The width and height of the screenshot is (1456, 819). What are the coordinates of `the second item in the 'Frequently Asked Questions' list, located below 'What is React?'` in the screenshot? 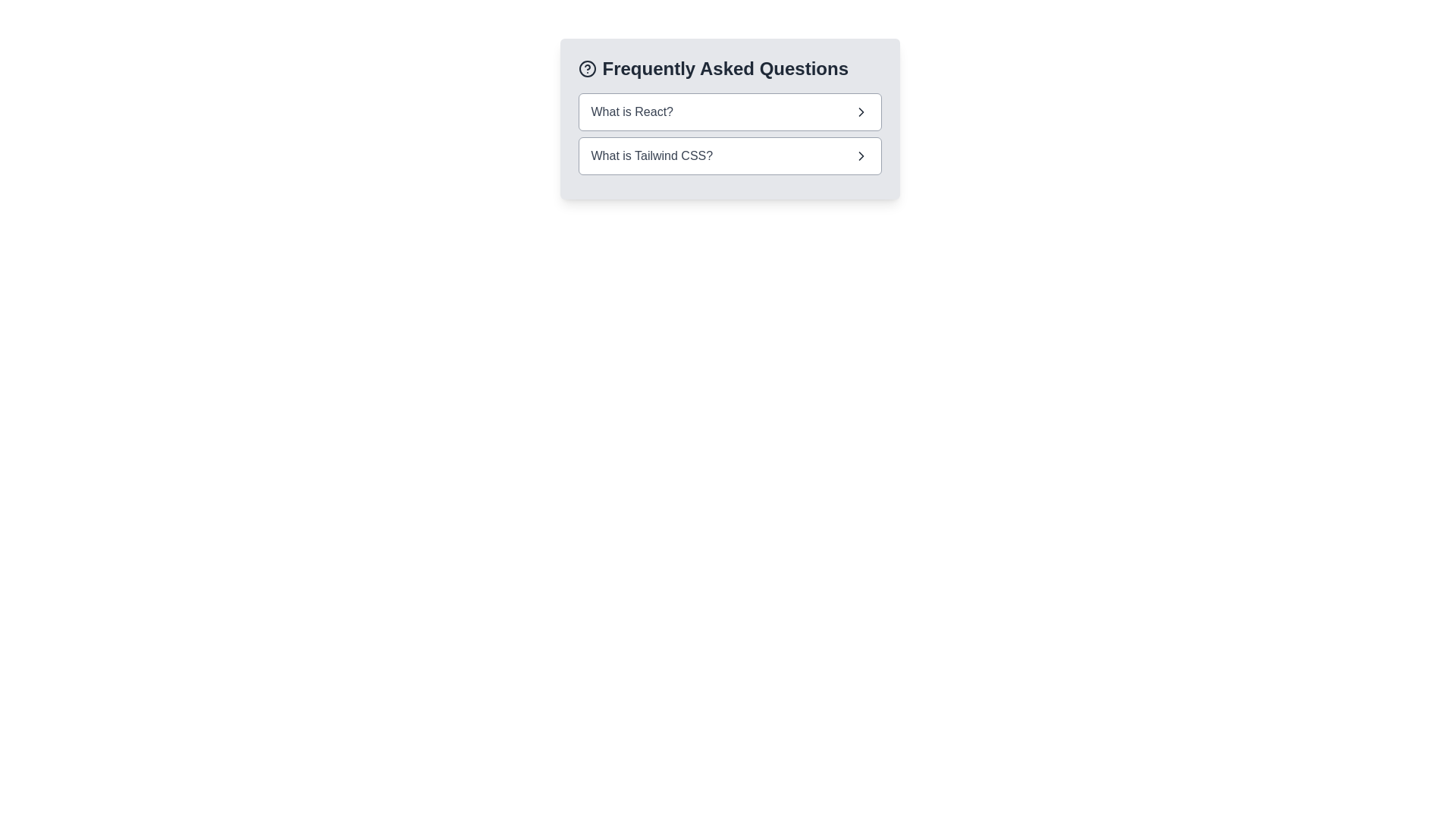 It's located at (730, 155).